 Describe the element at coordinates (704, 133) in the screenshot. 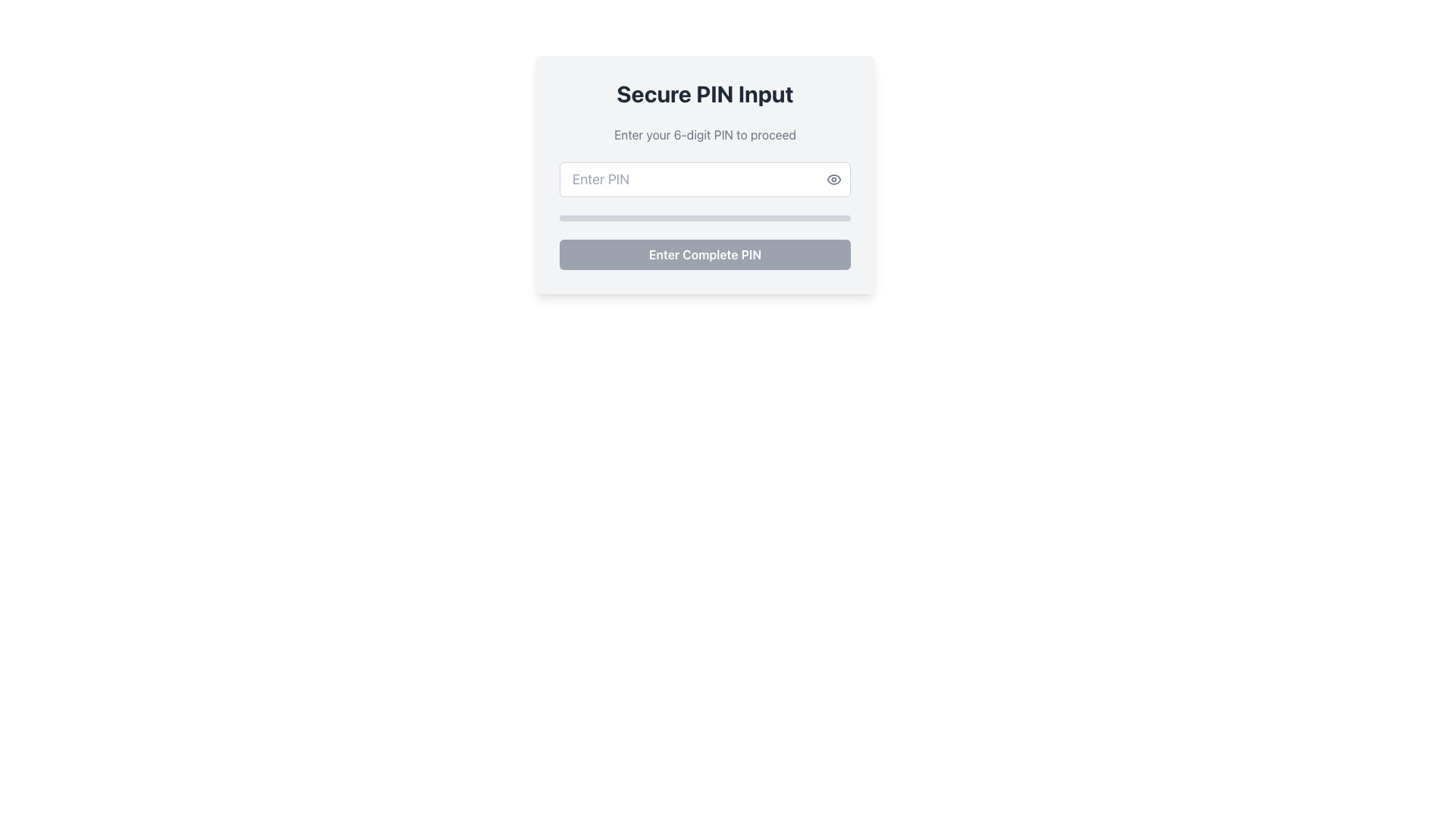

I see `instruction from the Text Label that provides guidance to the user to 'Enter your 6-digit PIN to proceed'. This Text Label is located below the header 'Secure PIN Input'` at that location.